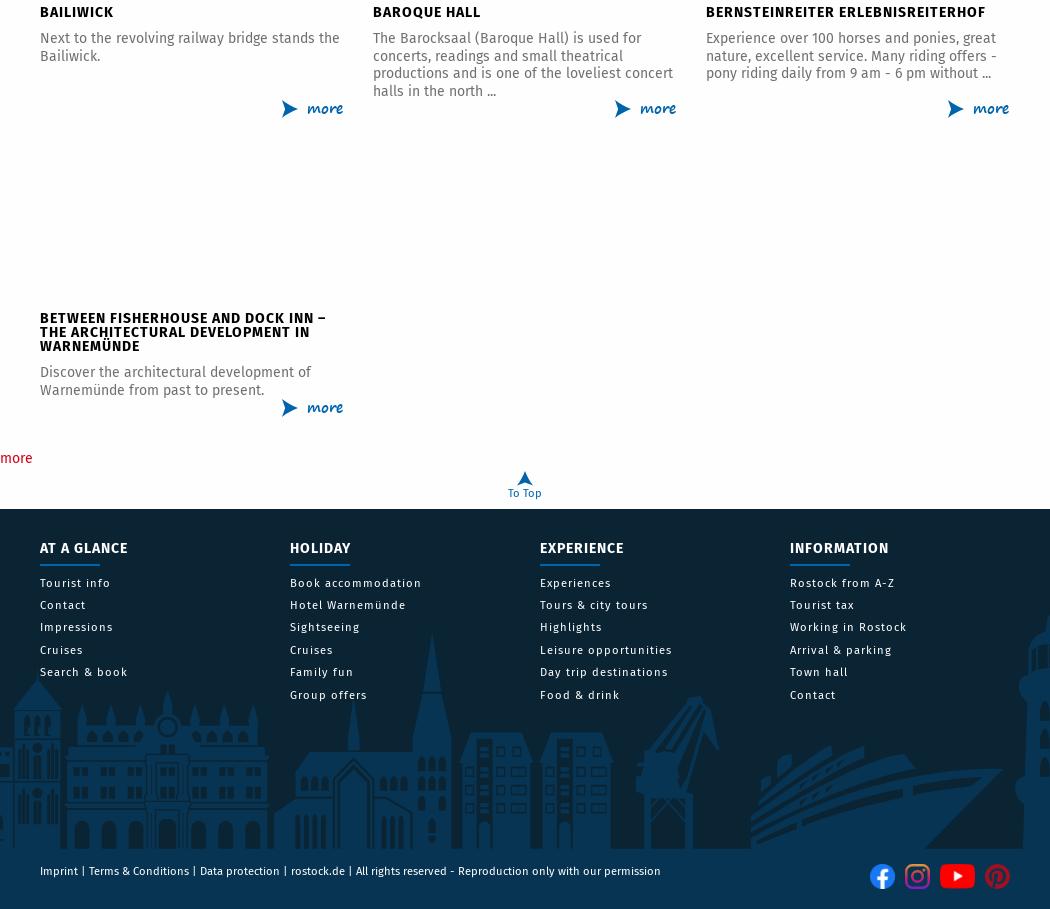 Image resolution: width=1050 pixels, height=909 pixels. What do you see at coordinates (346, 605) in the screenshot?
I see `'Hotel Warnemünde'` at bounding box center [346, 605].